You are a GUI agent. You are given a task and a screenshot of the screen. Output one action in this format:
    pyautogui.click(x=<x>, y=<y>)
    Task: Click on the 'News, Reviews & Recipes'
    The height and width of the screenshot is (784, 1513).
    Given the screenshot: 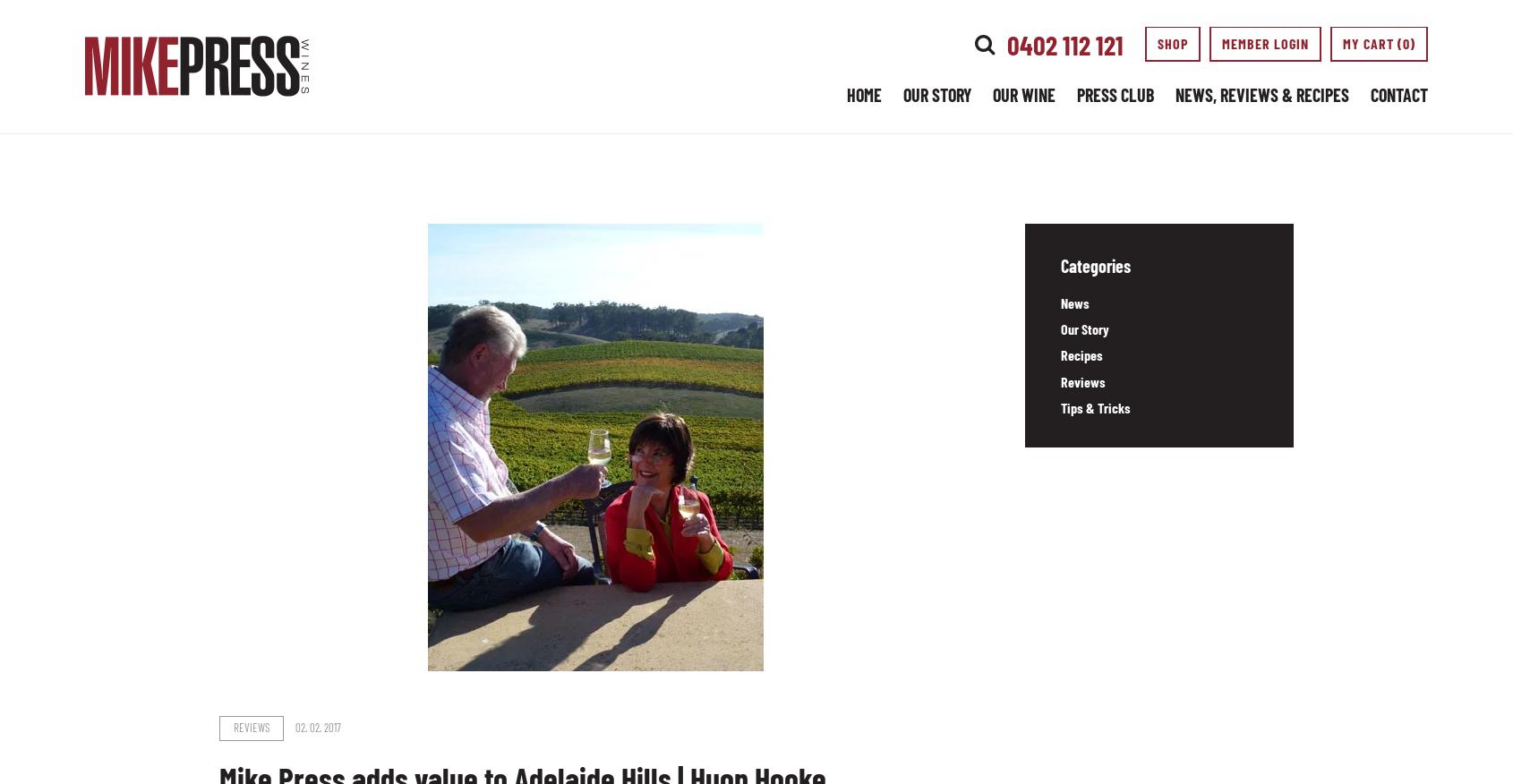 What is the action you would take?
    pyautogui.click(x=1261, y=95)
    